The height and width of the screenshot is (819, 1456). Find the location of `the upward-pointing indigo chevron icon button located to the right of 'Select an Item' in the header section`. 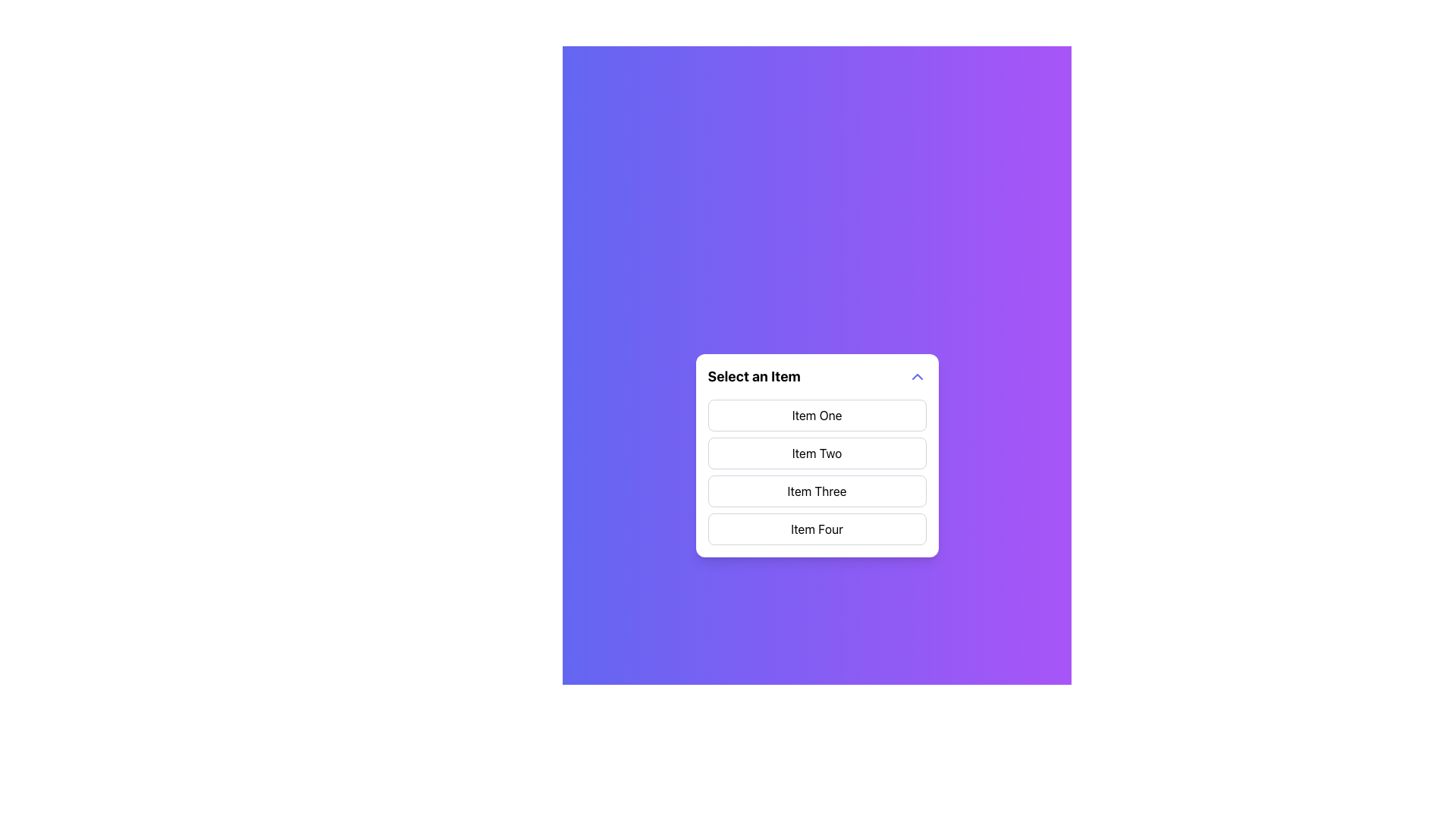

the upward-pointing indigo chevron icon button located to the right of 'Select an Item' in the header section is located at coordinates (916, 376).